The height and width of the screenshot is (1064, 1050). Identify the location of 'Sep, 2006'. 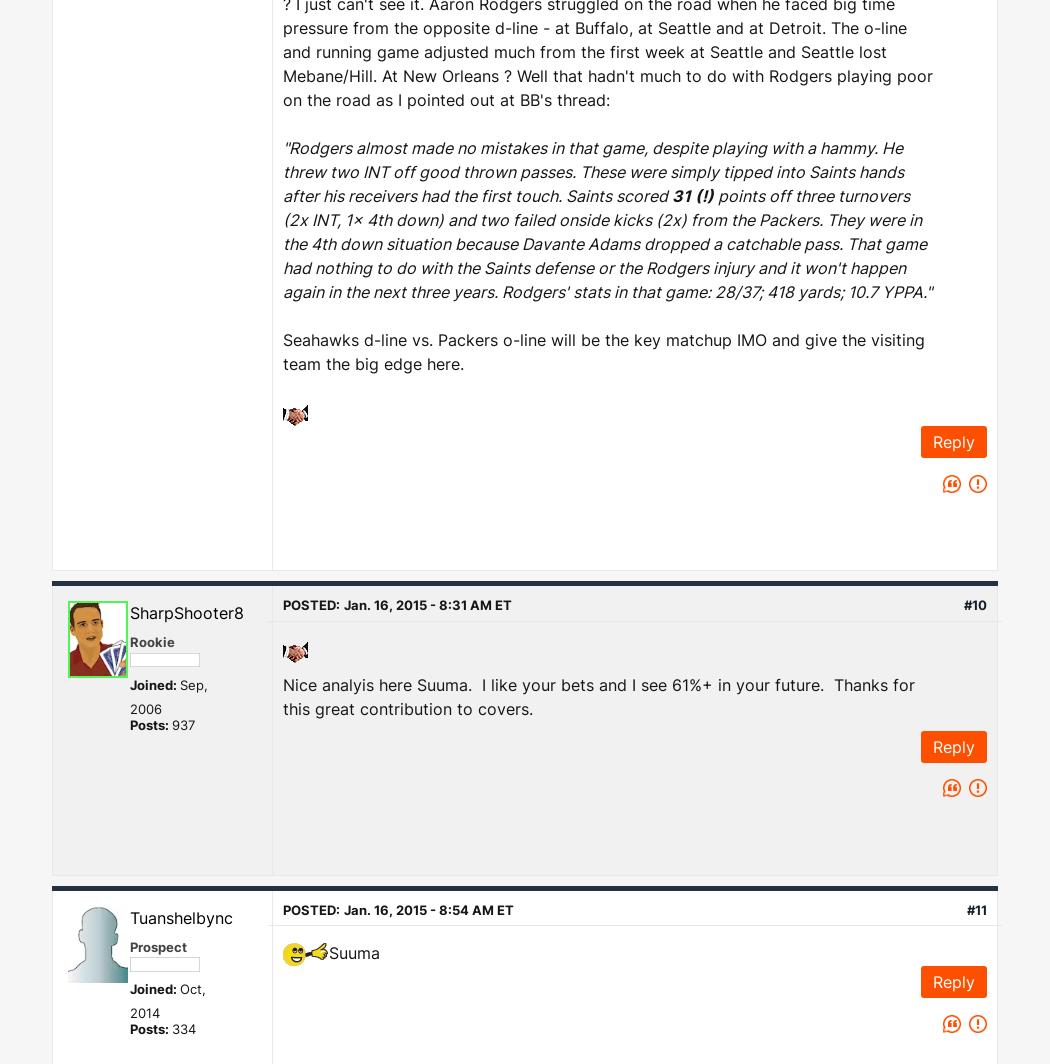
(169, 695).